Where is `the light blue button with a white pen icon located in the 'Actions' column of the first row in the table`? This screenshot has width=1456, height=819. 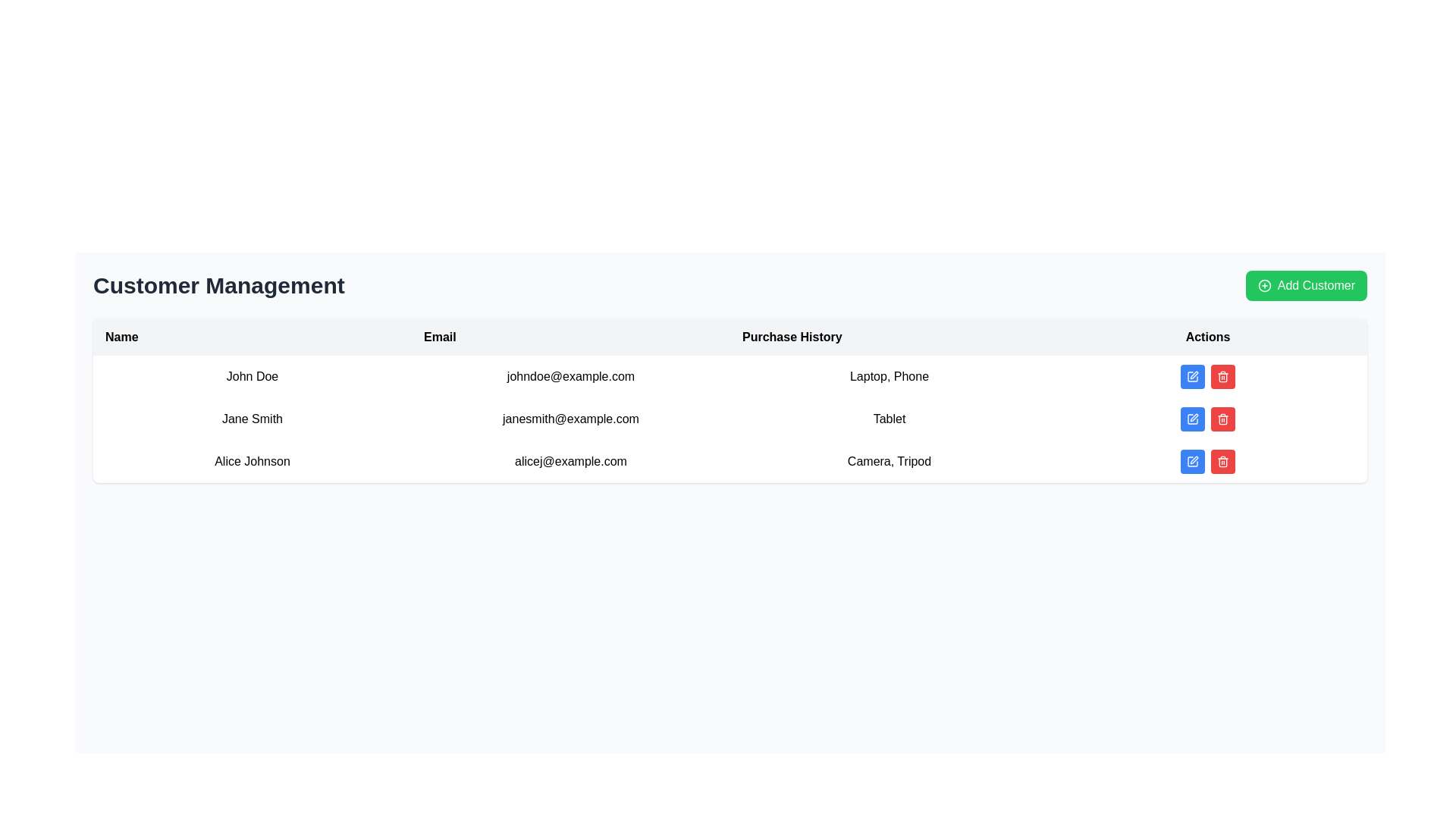 the light blue button with a white pen icon located in the 'Actions' column of the first row in the table is located at coordinates (1192, 376).